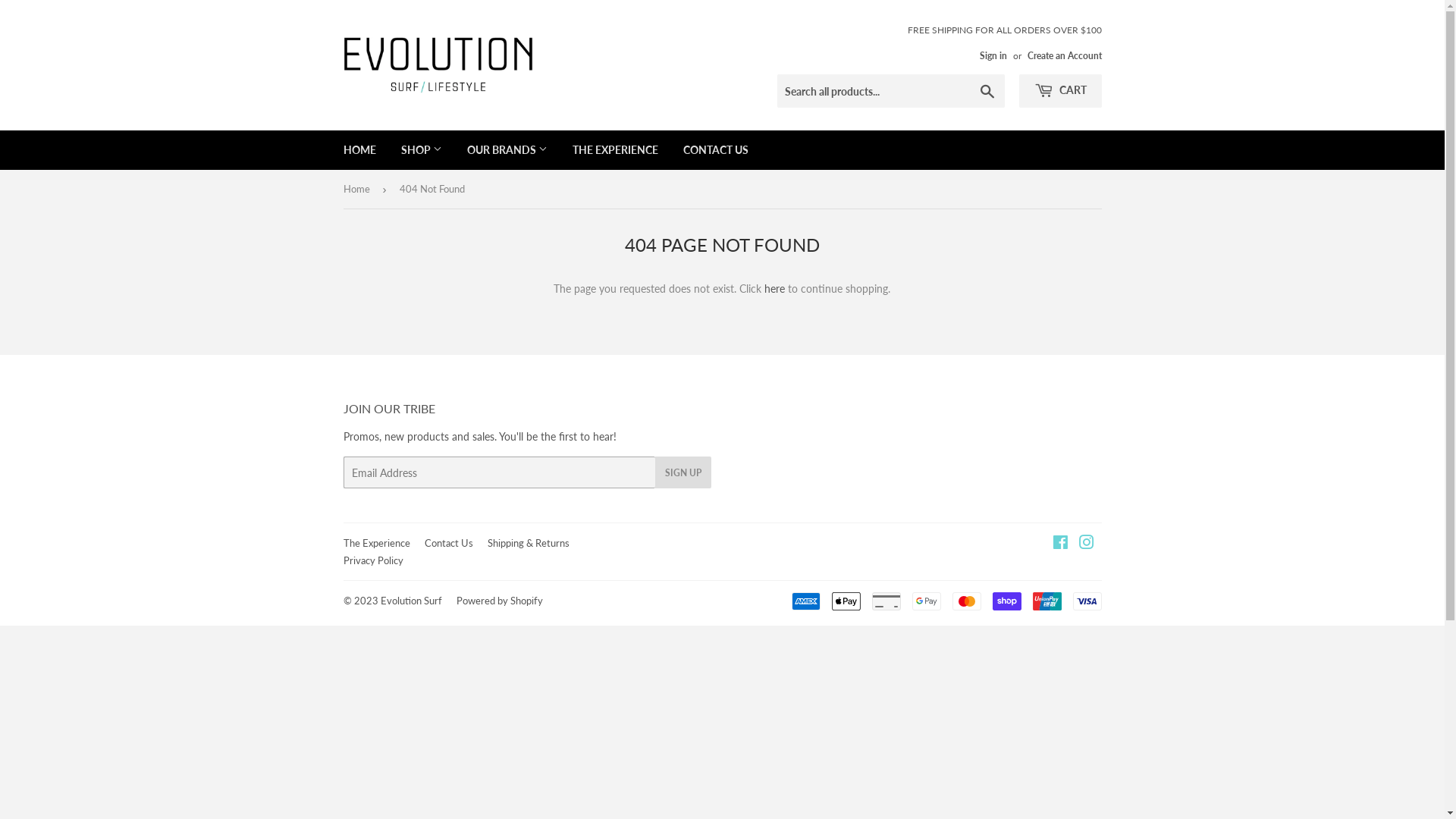 The height and width of the screenshot is (819, 1456). What do you see at coordinates (506, 149) in the screenshot?
I see `'OUR BRANDS'` at bounding box center [506, 149].